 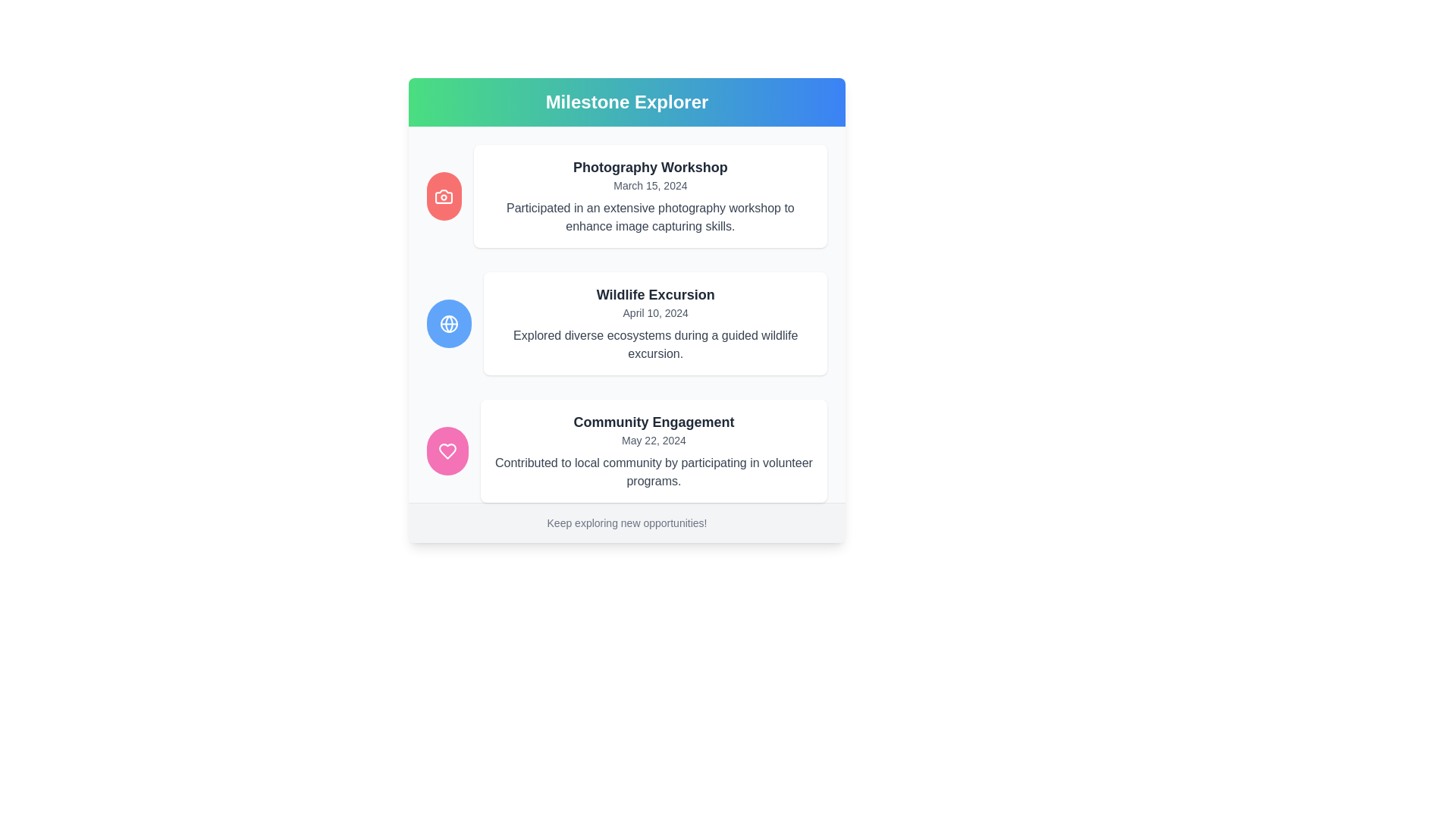 I want to click on the text label that reads 'Explored diverse ecosystems during a guided wildlife excursion.', which is placed underneath the heading 'Wildlife Excursion' and the date 'April 10, 2024', so click(x=655, y=345).